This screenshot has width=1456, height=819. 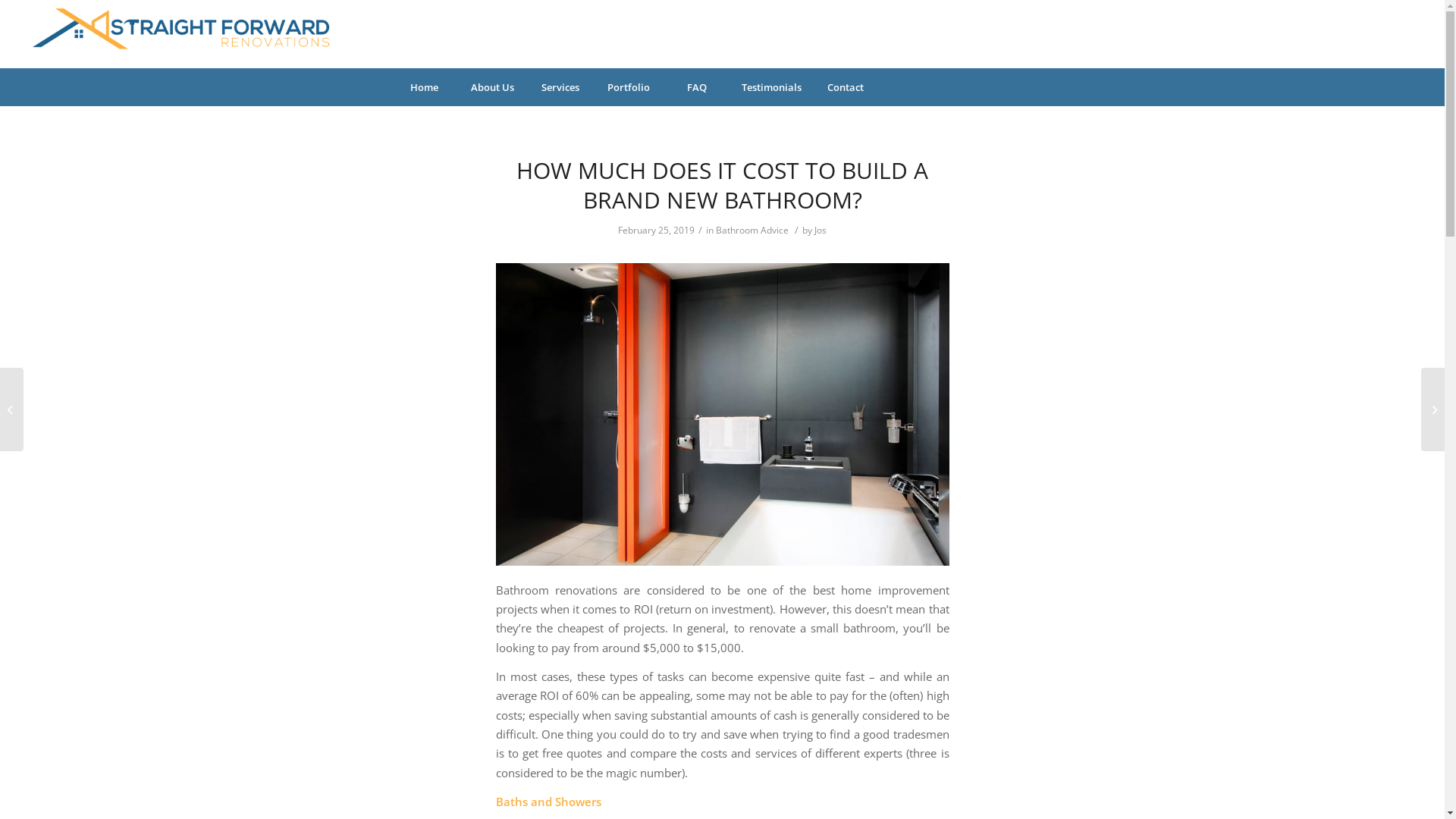 What do you see at coordinates (721, 184) in the screenshot?
I see `'HOW MUCH DOES IT COST TO BUILD A BRAND NEW BATHROOM?'` at bounding box center [721, 184].